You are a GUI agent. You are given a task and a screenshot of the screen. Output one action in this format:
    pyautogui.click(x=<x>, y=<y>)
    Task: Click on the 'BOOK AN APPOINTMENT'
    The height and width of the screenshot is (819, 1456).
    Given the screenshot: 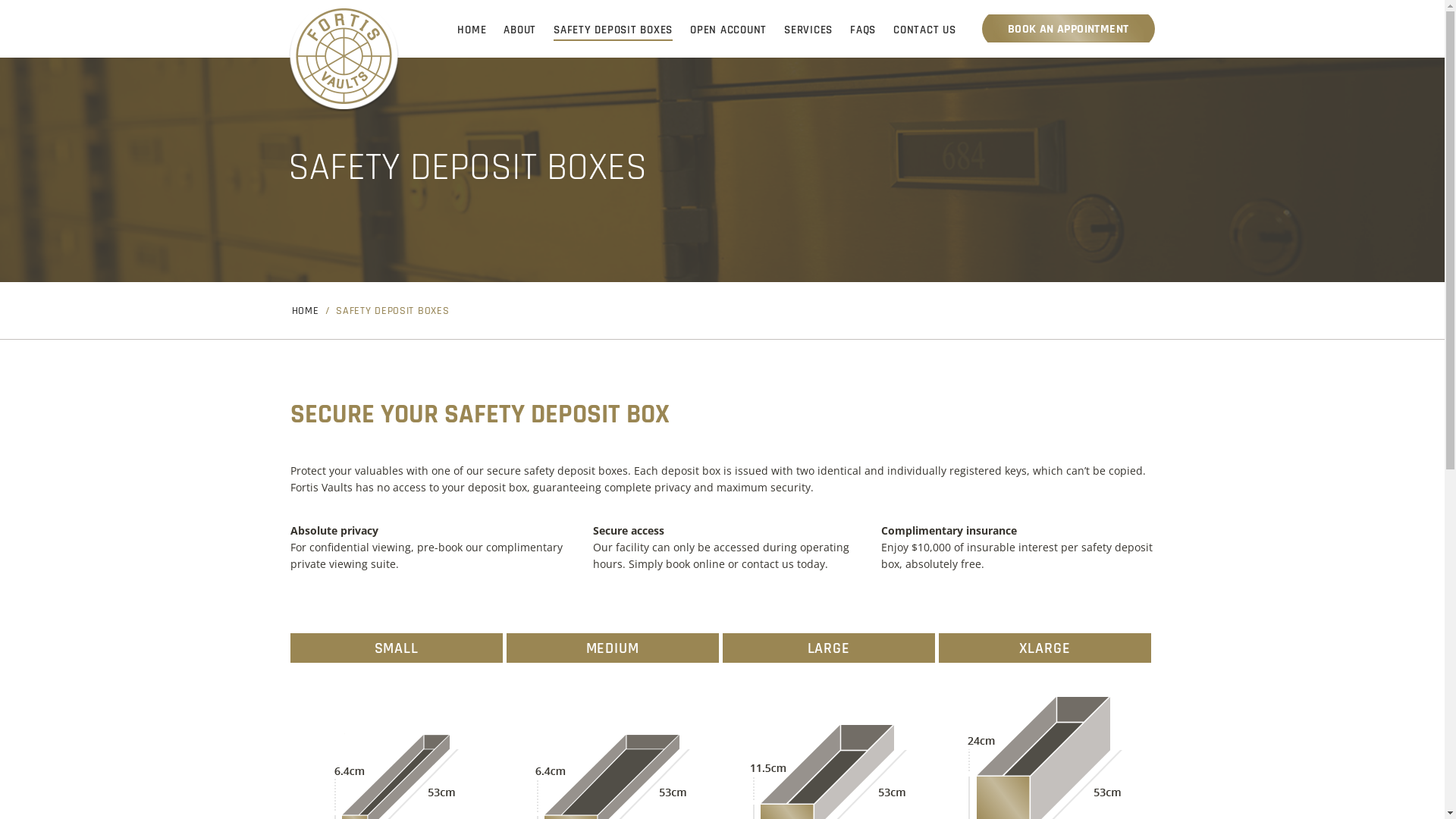 What is the action you would take?
    pyautogui.click(x=1068, y=28)
    